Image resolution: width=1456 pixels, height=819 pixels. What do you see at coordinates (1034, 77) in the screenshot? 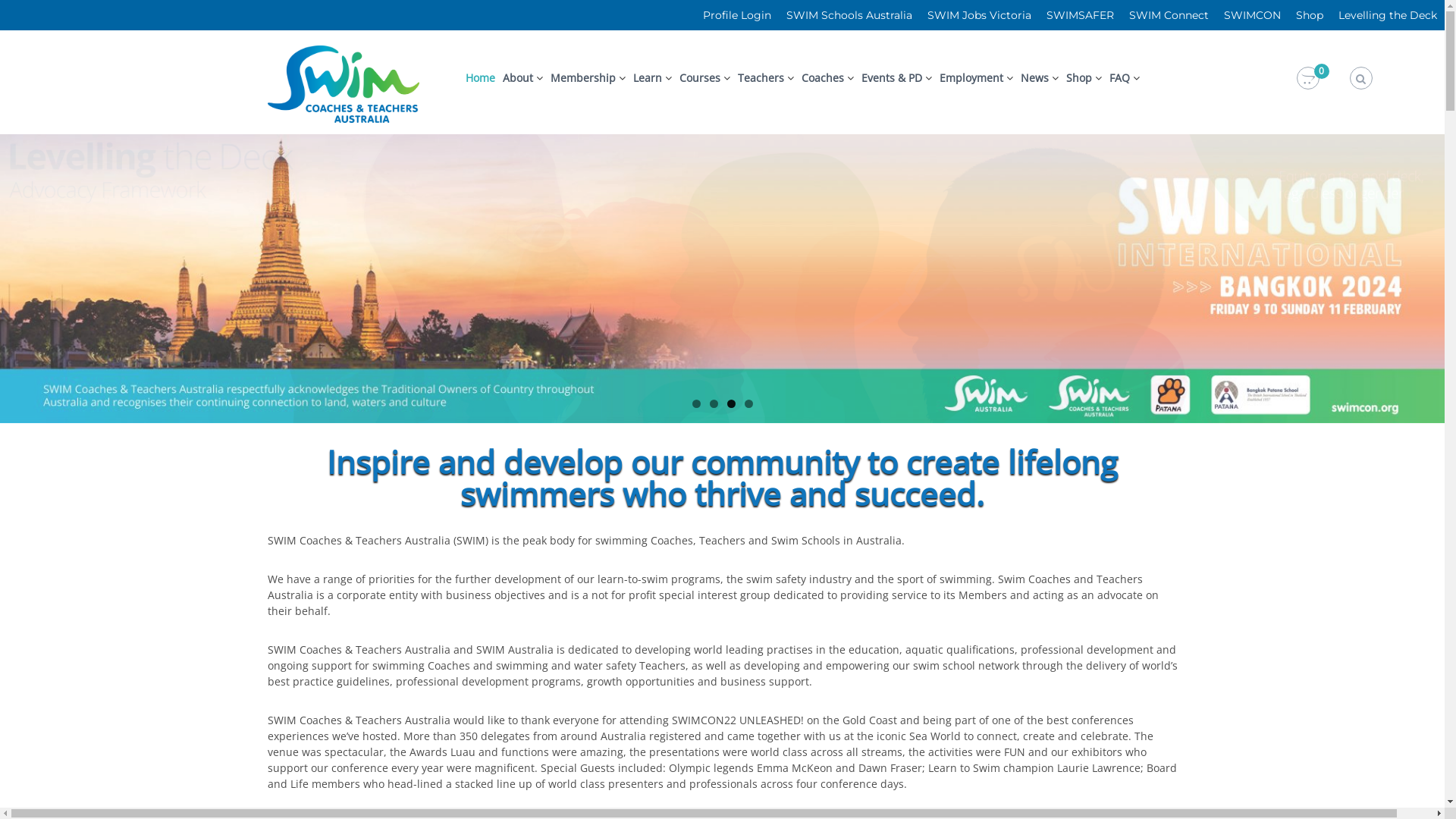
I see `'News'` at bounding box center [1034, 77].